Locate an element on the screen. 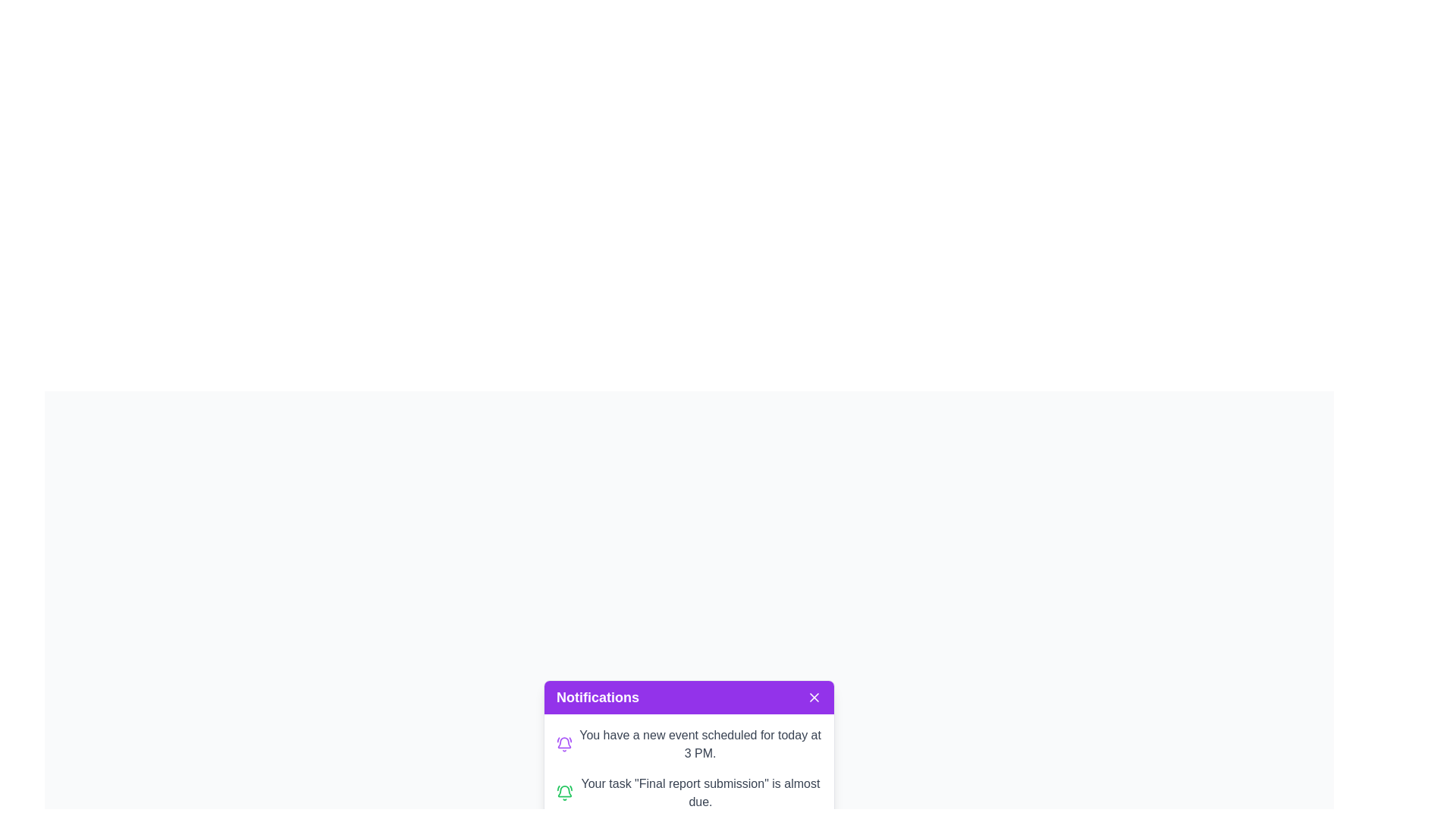 This screenshot has width=1456, height=819. the green bell icon, which is a 'bell ring' variant, located at the start of the second notification row for the message 'Your task "Final report submission" is almost due.' is located at coordinates (563, 792).